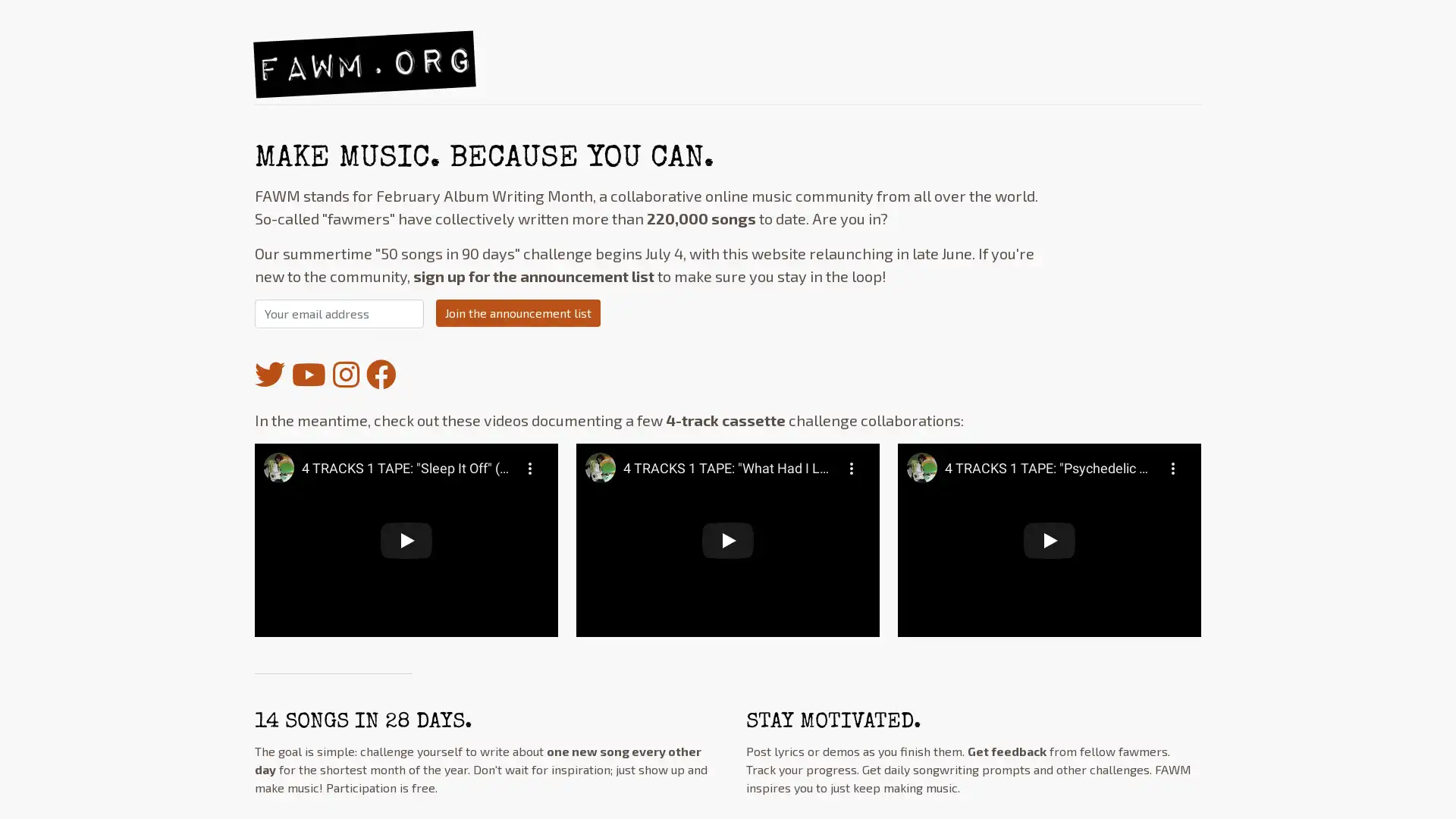  Describe the element at coordinates (518, 312) in the screenshot. I see `Join the announcement list` at that location.